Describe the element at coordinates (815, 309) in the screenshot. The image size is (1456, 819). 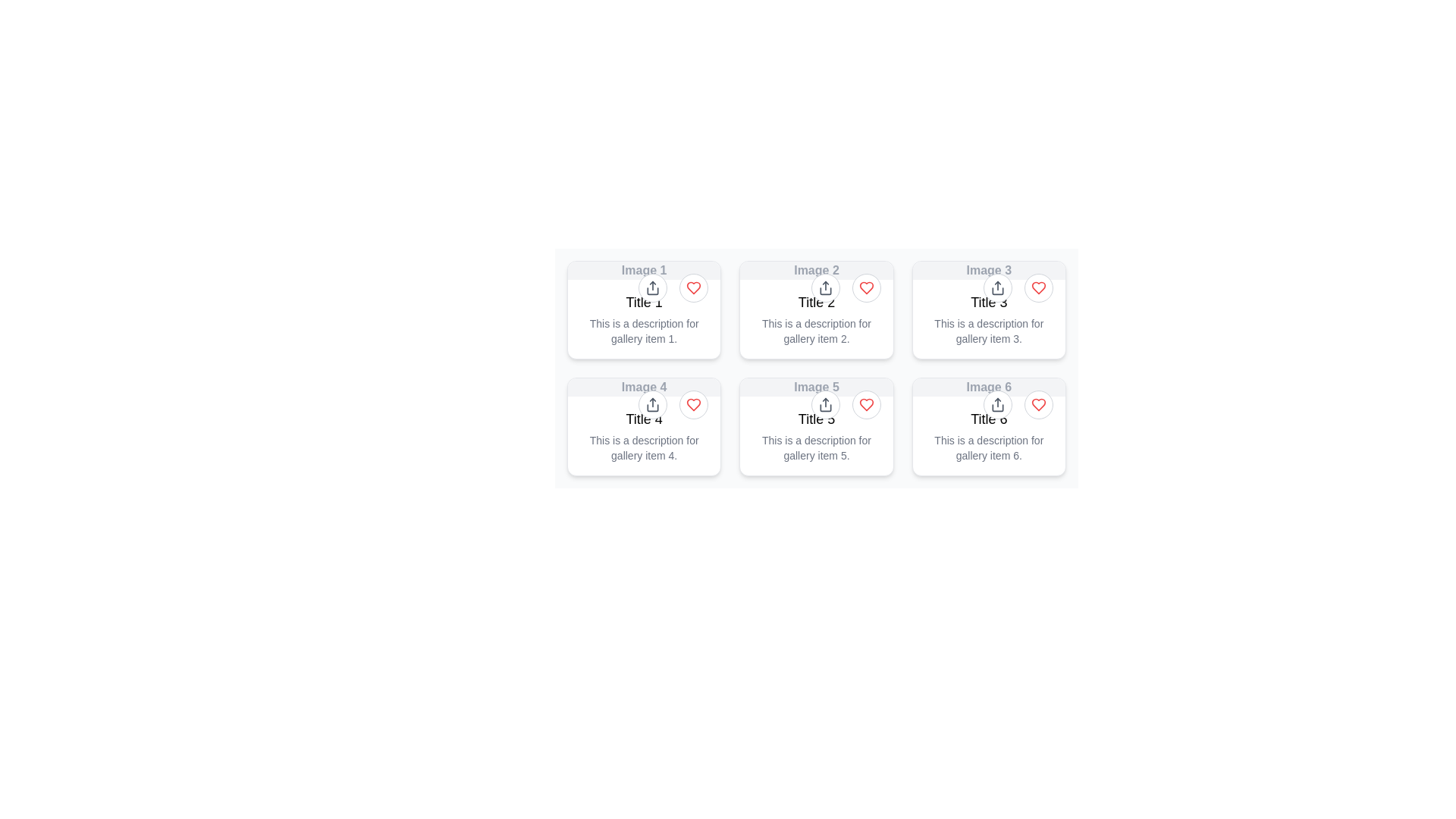
I see `the second card in the first row of the grid layout` at that location.